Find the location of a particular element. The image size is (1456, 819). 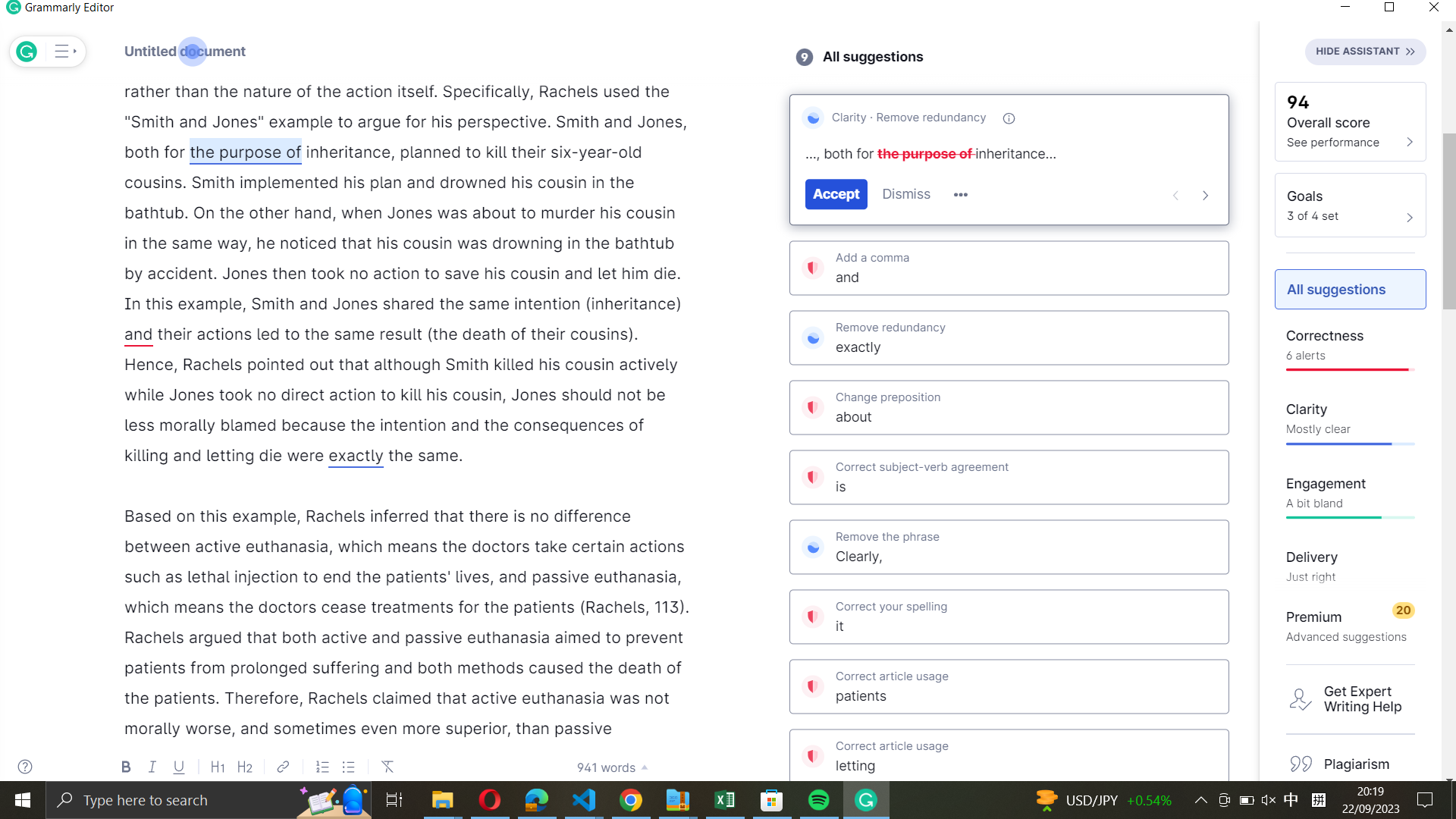

the following suggestion offered by Grammarly is located at coordinates (1205, 193).